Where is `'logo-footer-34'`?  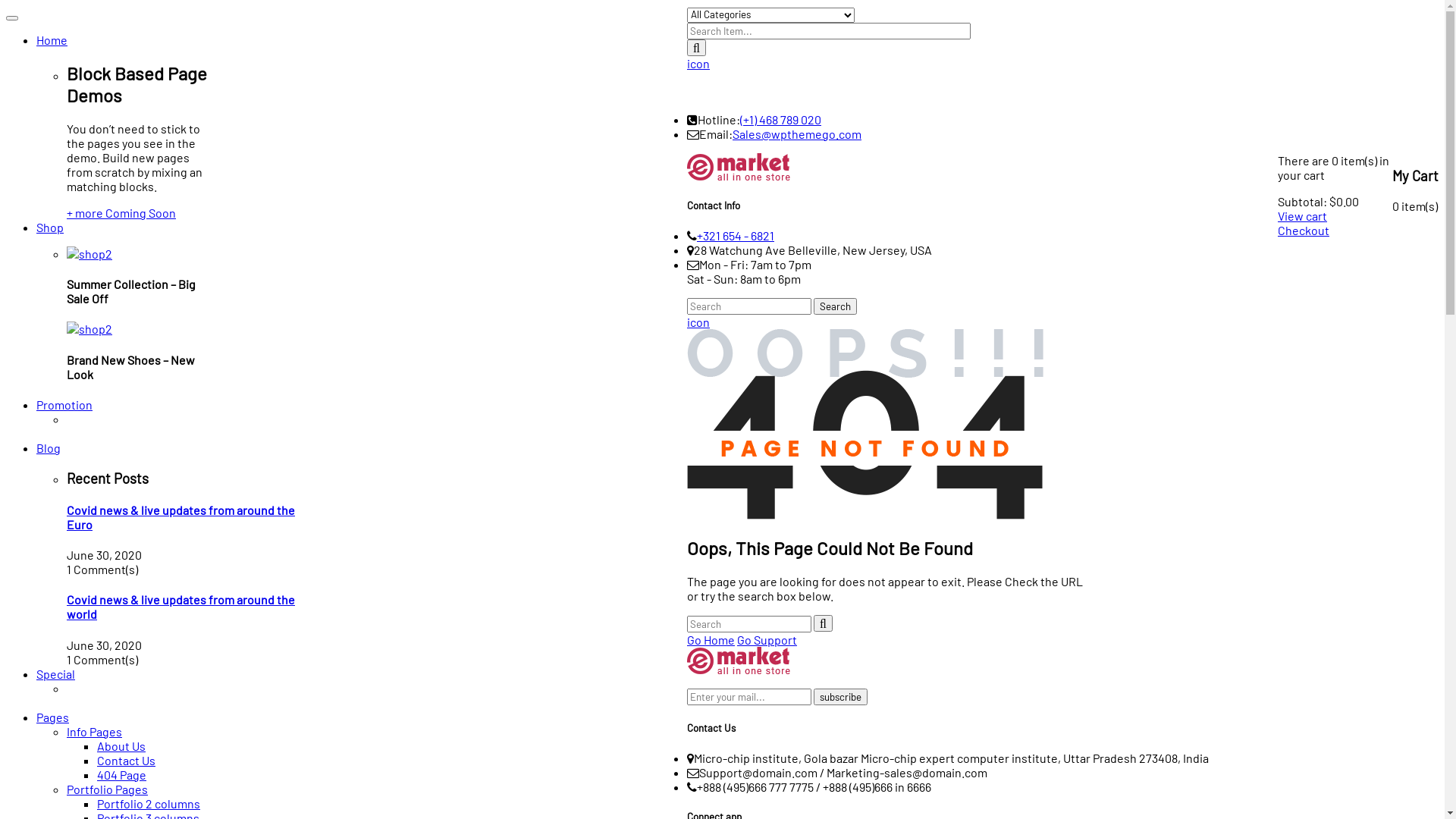
'logo-footer-34' is located at coordinates (739, 660).